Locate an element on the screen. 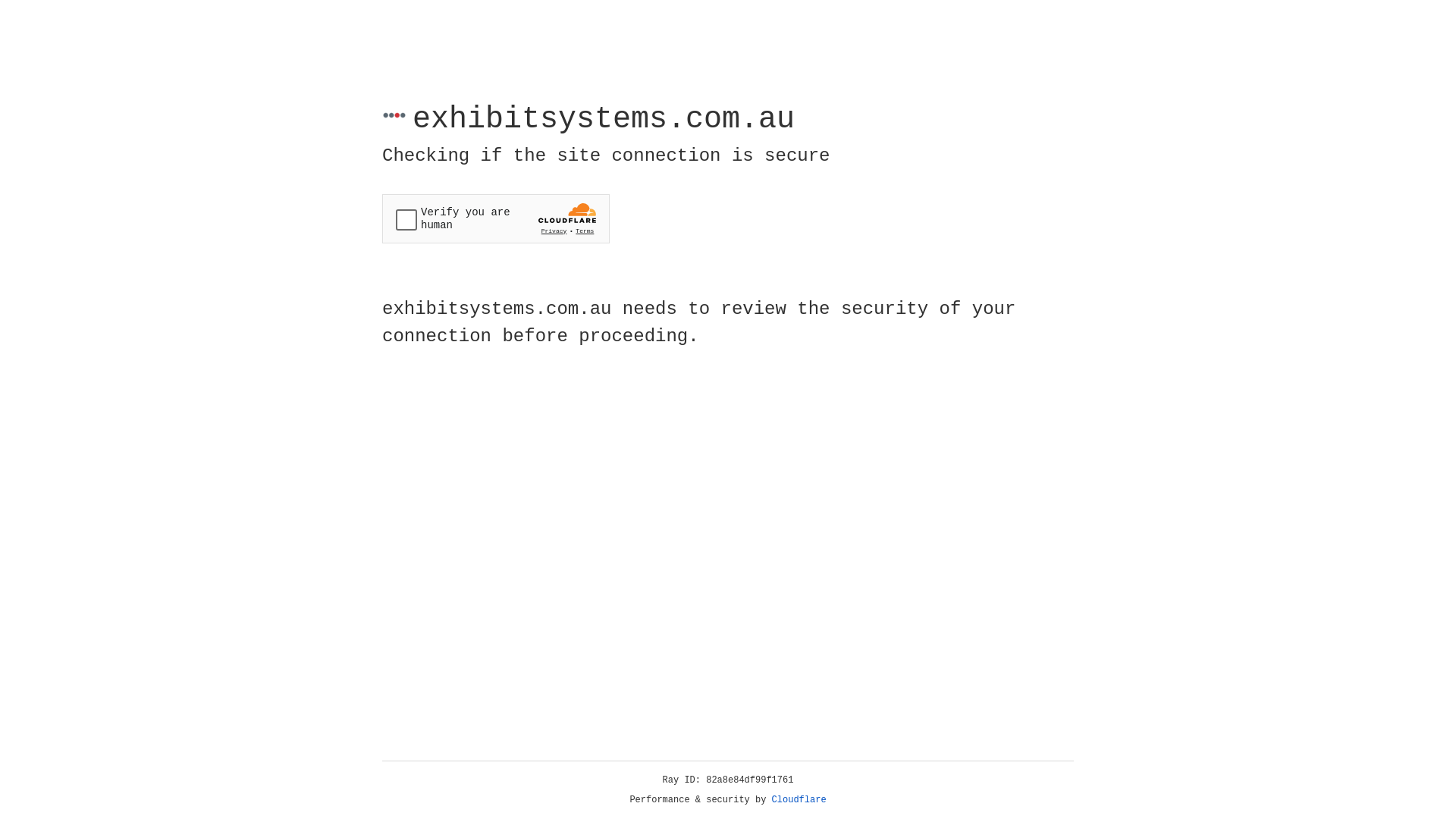 The height and width of the screenshot is (819, 1456). 'Cloudflare' is located at coordinates (799, 799).